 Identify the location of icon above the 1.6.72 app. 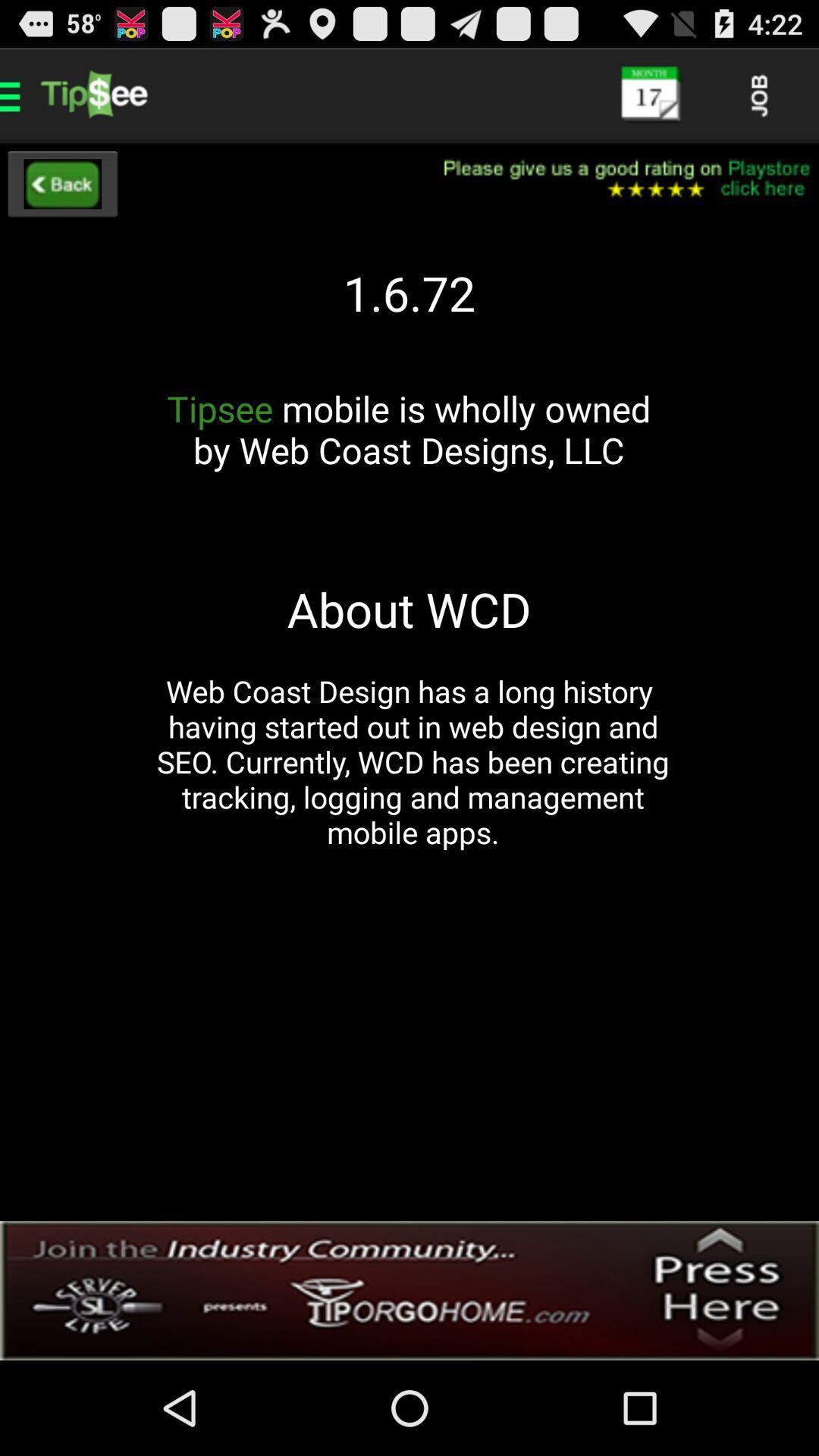
(617, 179).